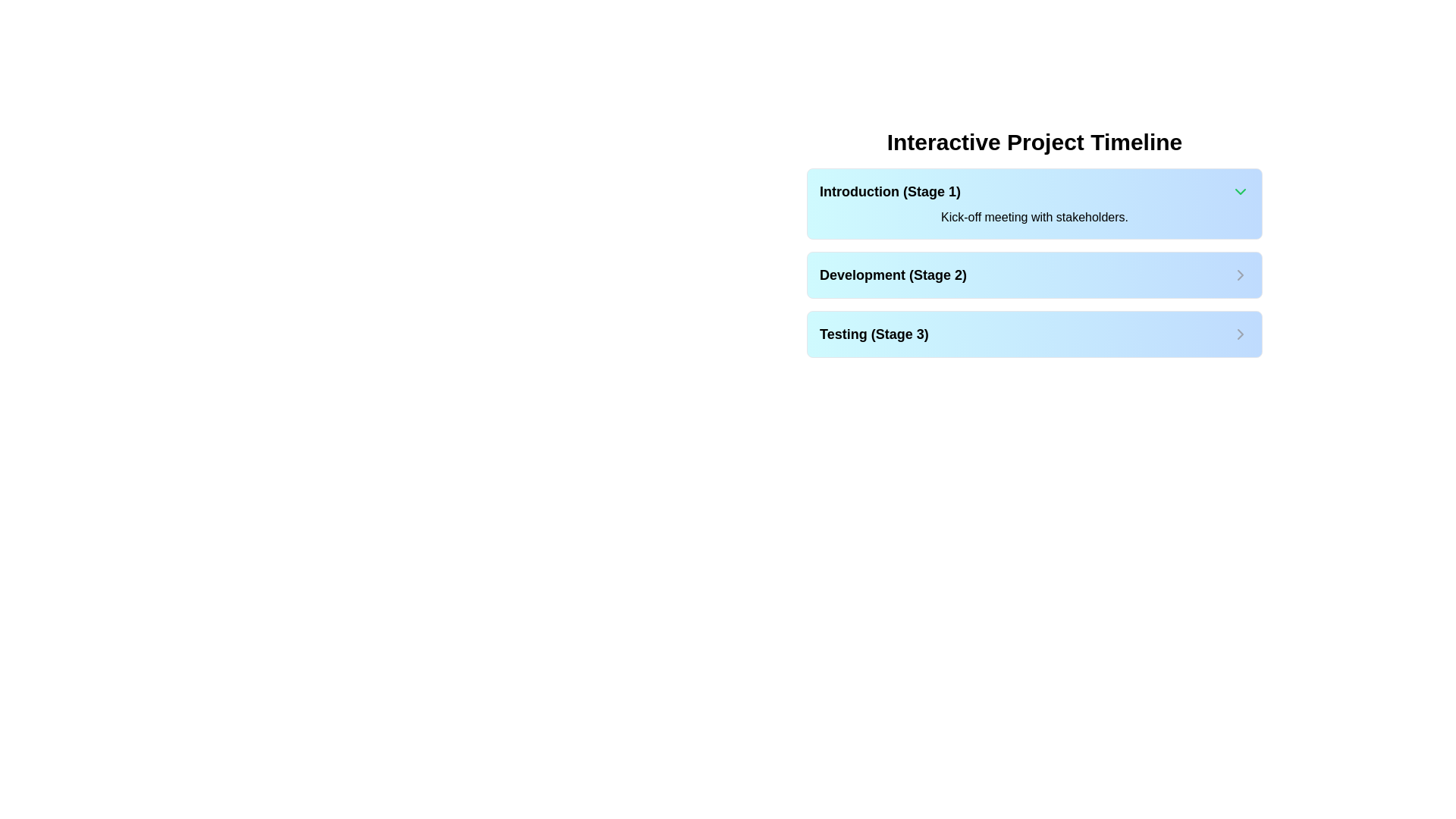  I want to click on the text label displaying 'Kick-off meeting with stakeholders.' which is located in the 'Introduction (Stage 1)' section of the project timeline, so click(1034, 217).